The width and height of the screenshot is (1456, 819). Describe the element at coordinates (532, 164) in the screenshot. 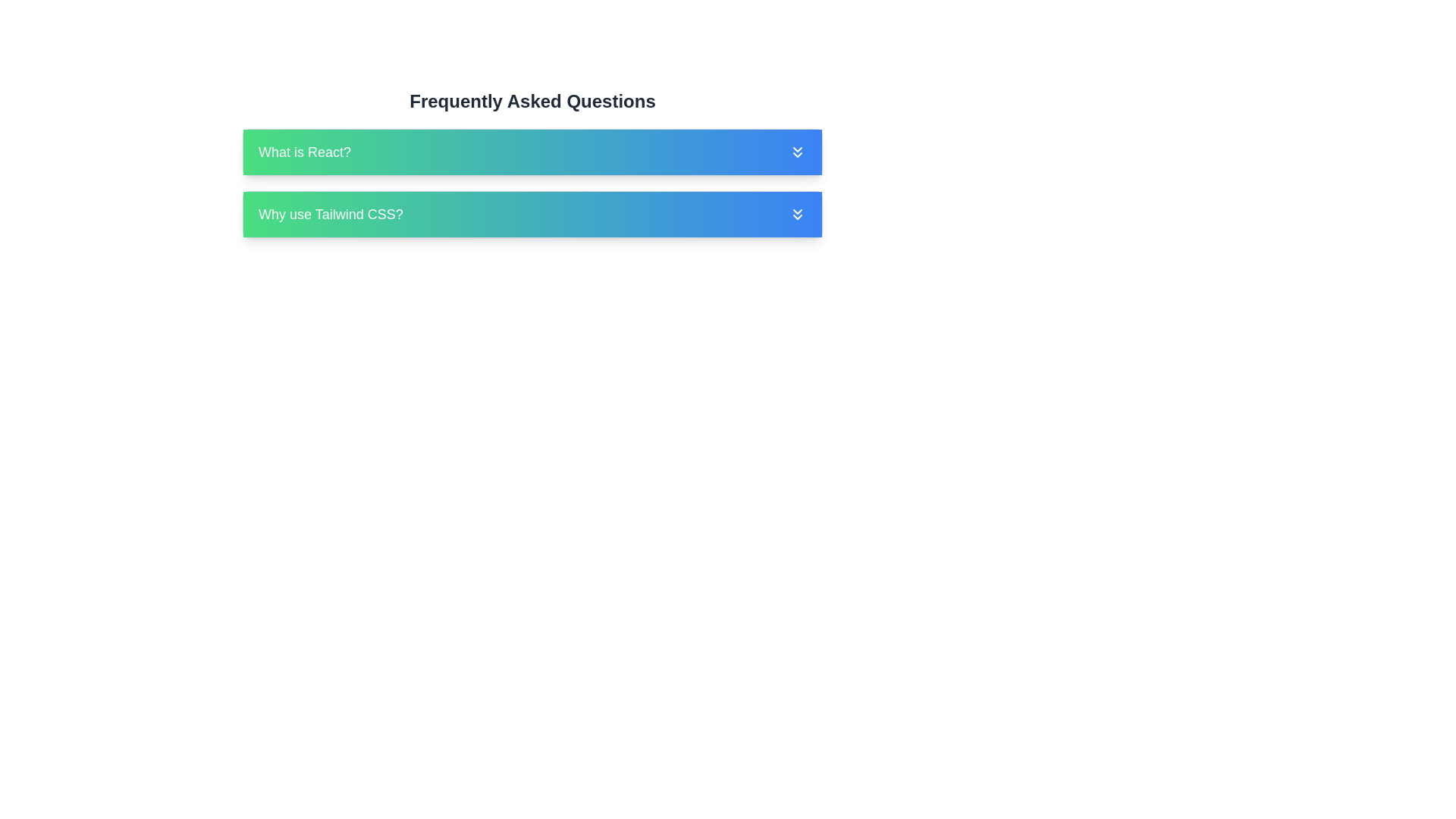

I see `the first interactive list item in the FAQ section` at that location.